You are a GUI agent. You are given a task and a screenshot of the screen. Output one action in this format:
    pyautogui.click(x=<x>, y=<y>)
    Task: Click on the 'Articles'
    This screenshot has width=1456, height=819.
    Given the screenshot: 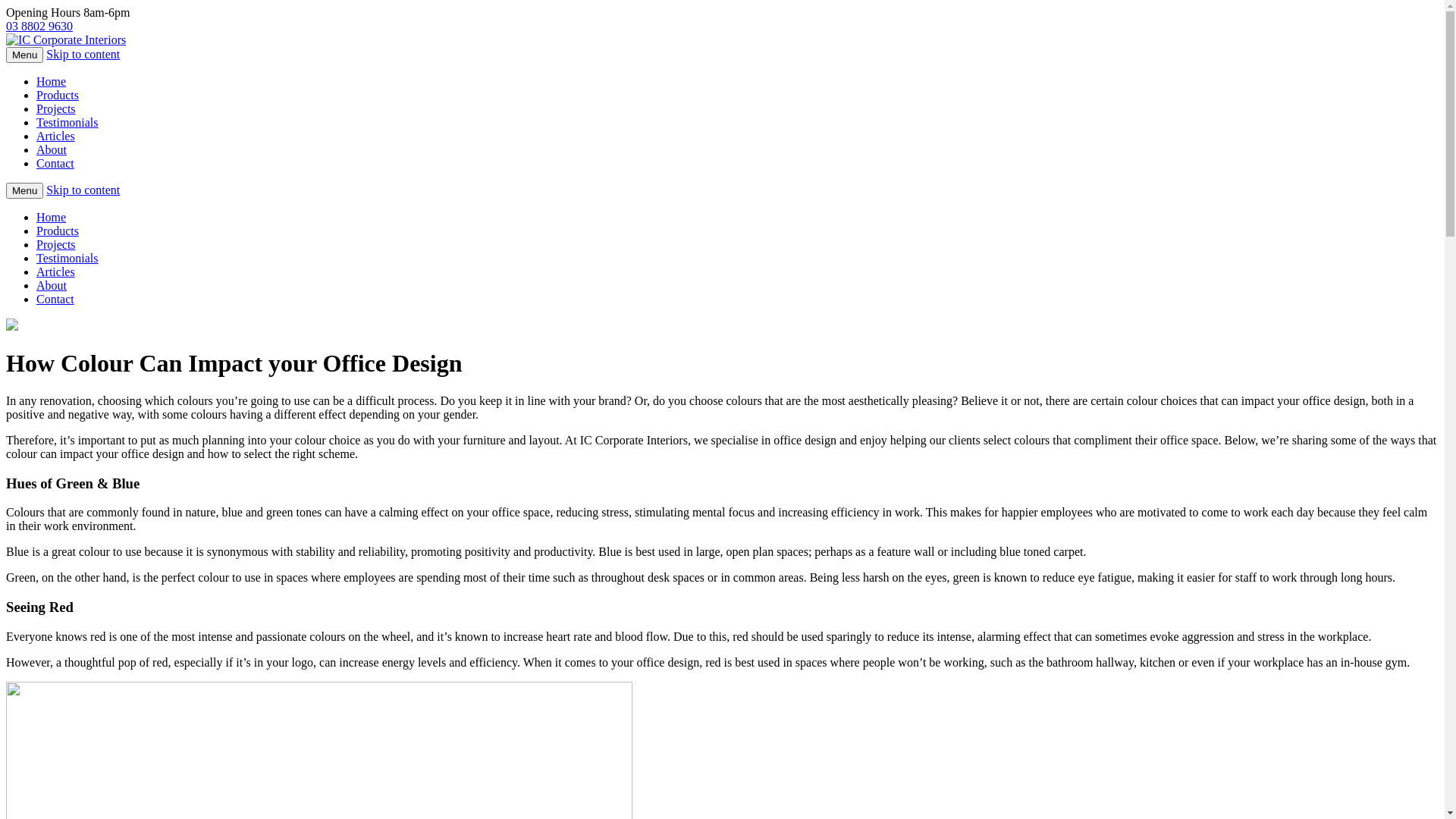 What is the action you would take?
    pyautogui.click(x=55, y=135)
    